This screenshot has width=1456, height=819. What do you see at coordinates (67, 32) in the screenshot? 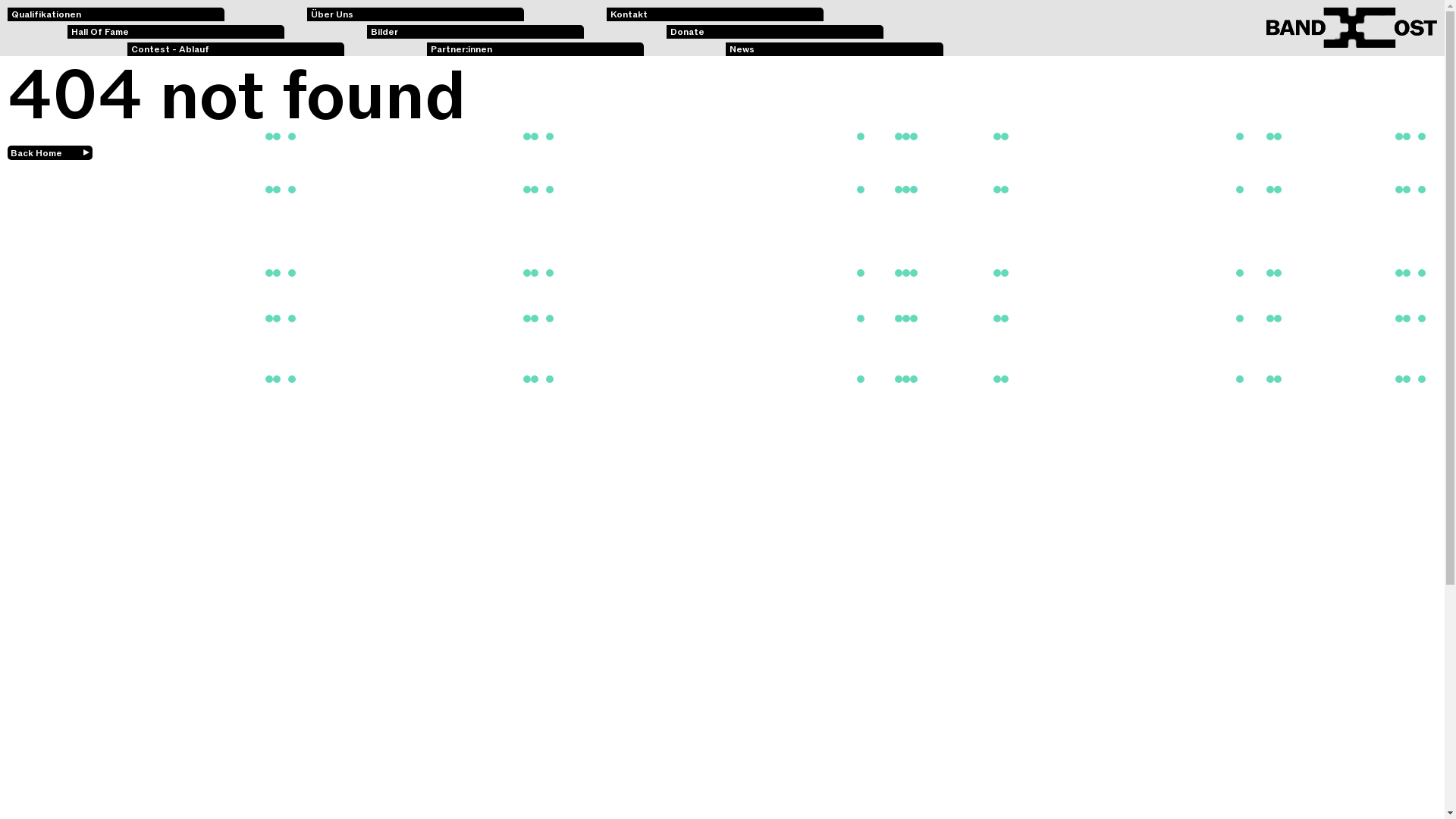
I see `'Hall Of Fame'` at bounding box center [67, 32].